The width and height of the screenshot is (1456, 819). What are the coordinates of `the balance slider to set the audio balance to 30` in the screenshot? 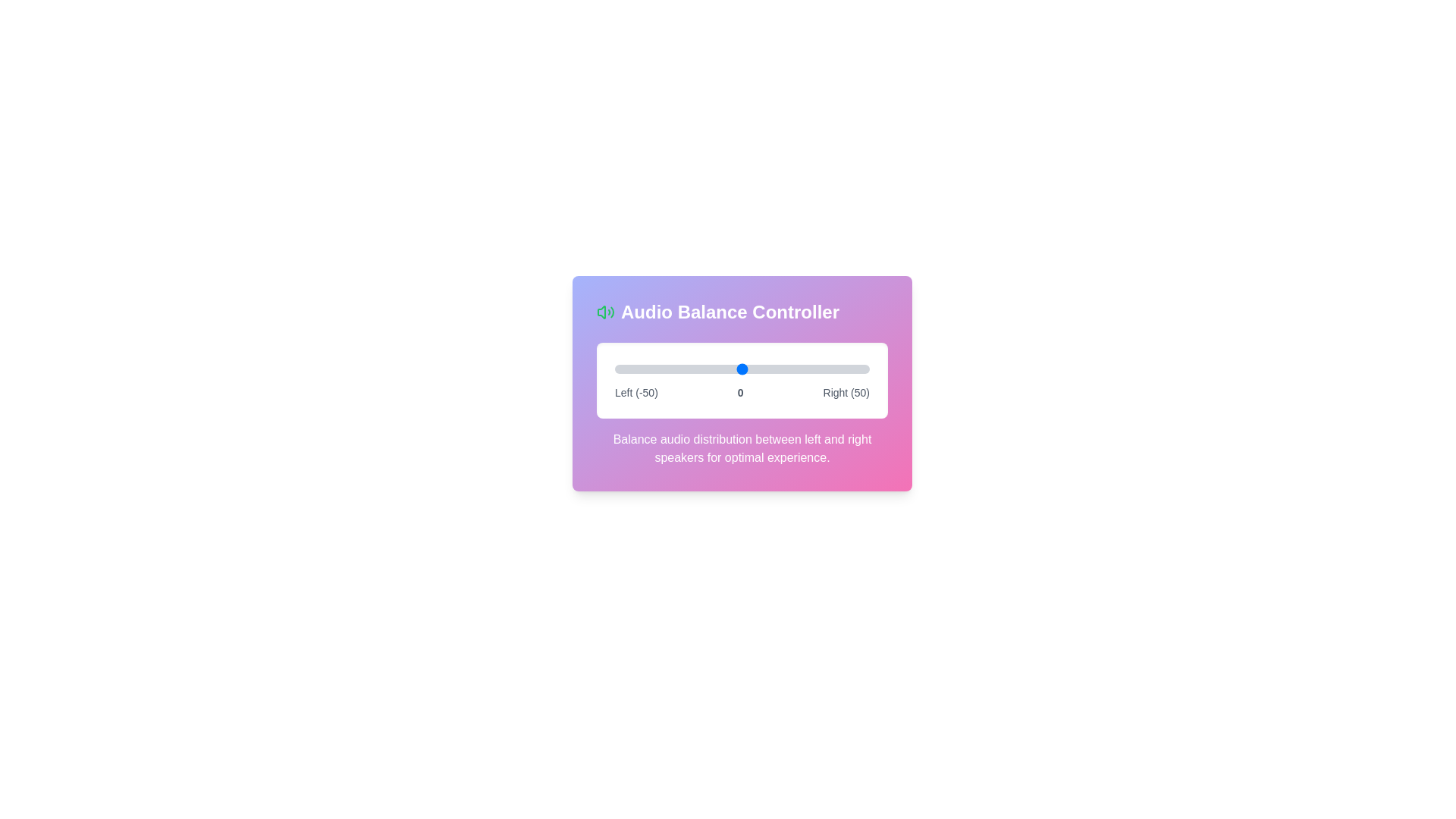 It's located at (817, 369).